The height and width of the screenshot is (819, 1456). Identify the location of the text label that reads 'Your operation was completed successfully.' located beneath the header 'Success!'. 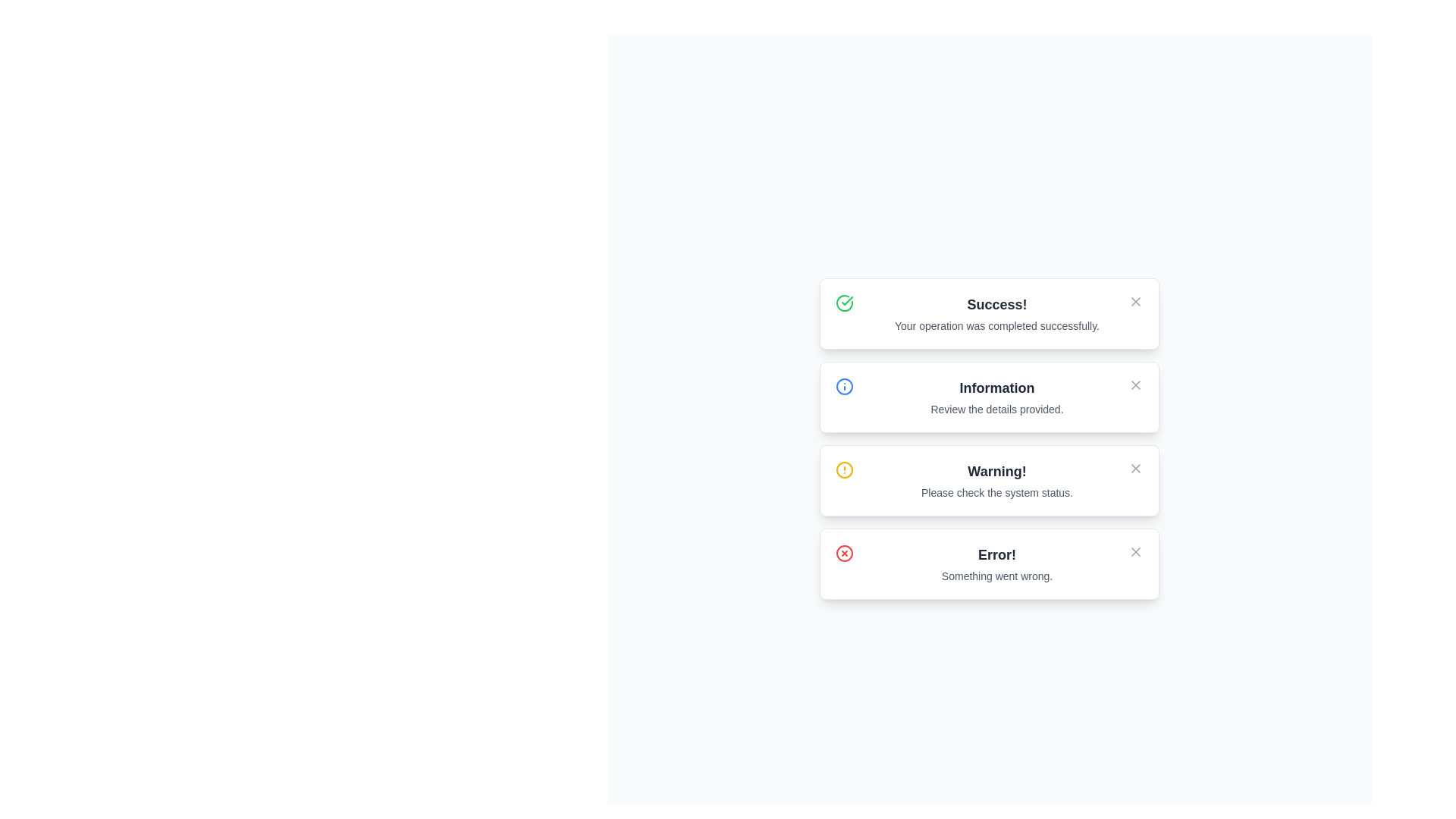
(997, 325).